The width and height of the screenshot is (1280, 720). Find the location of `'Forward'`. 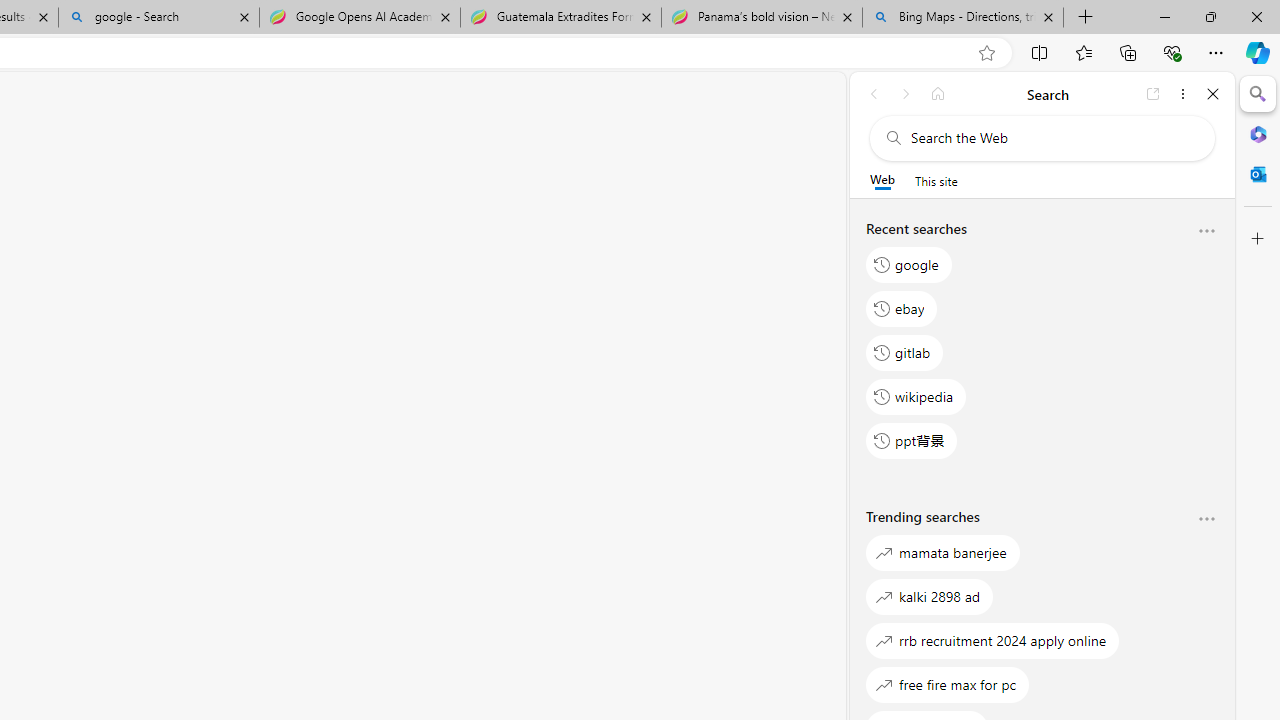

'Forward' is located at coordinates (905, 93).